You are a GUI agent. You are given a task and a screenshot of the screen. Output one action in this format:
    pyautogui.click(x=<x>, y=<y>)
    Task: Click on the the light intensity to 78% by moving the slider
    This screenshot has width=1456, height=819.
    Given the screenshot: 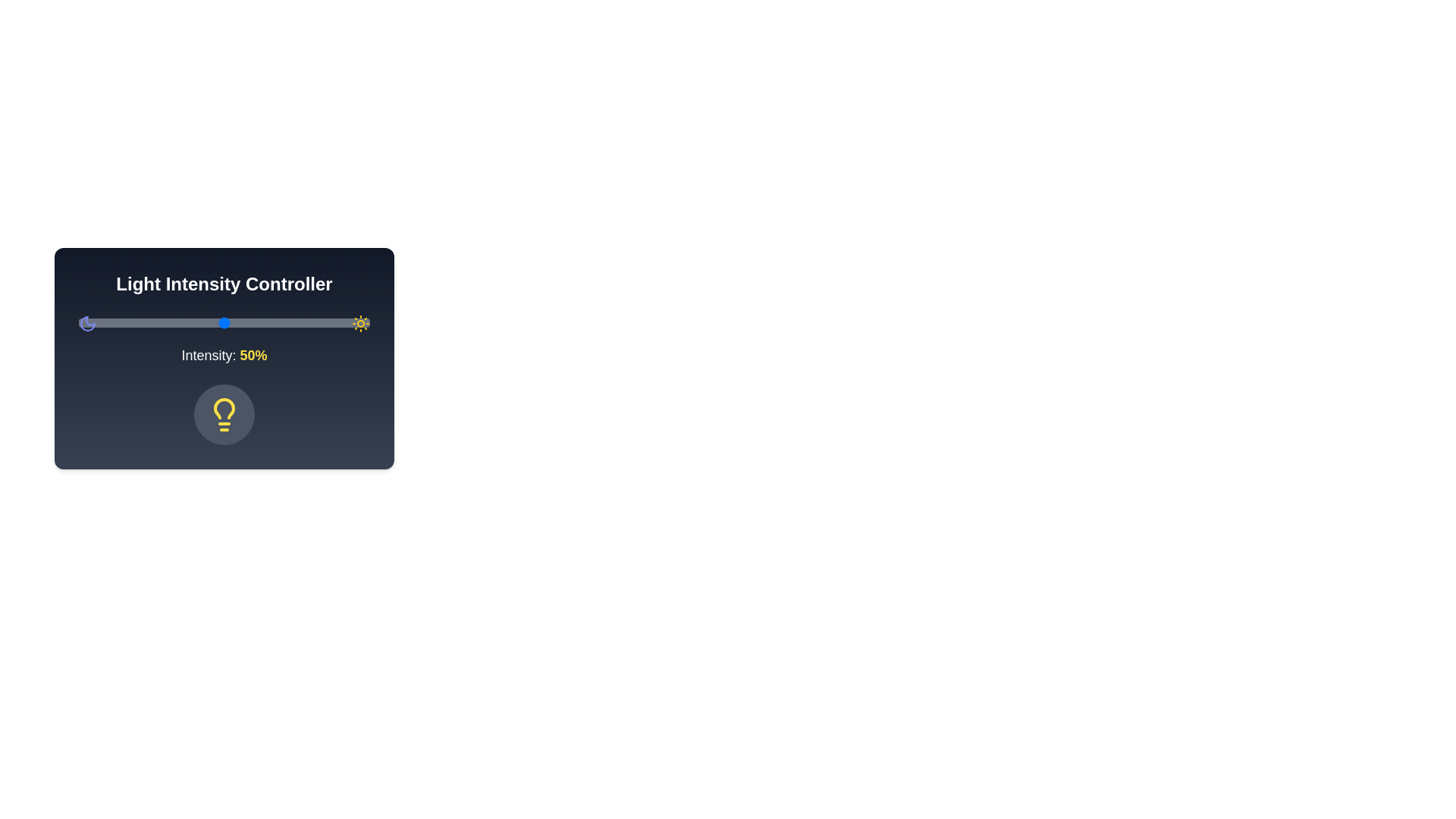 What is the action you would take?
    pyautogui.click(x=305, y=322)
    